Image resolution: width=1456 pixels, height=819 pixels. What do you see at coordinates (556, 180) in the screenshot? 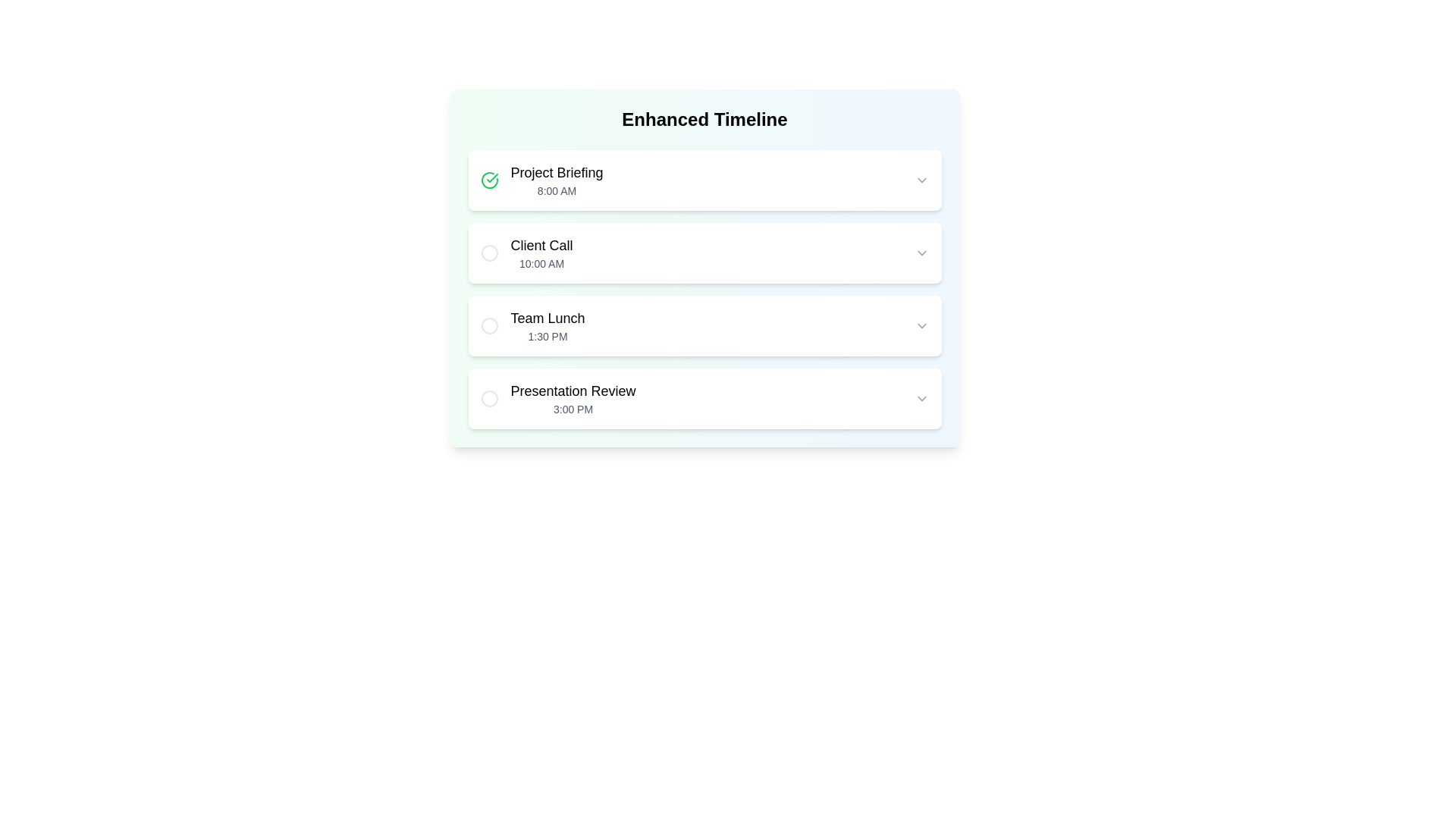
I see `the text block that serves as a label for the scheduled event` at bounding box center [556, 180].